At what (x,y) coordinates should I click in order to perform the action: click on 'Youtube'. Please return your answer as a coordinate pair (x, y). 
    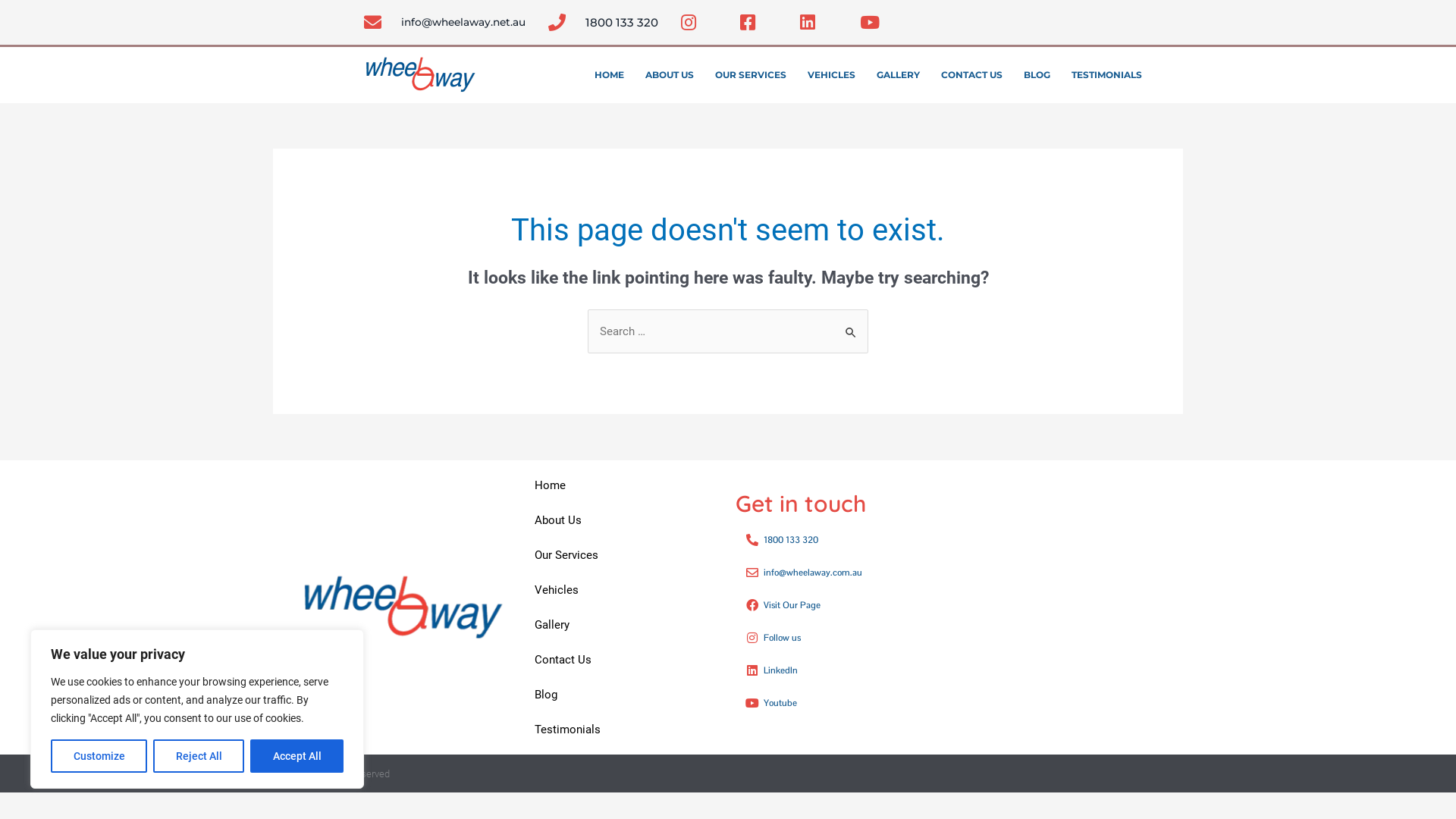
    Looking at the image, I should click on (1087, 773).